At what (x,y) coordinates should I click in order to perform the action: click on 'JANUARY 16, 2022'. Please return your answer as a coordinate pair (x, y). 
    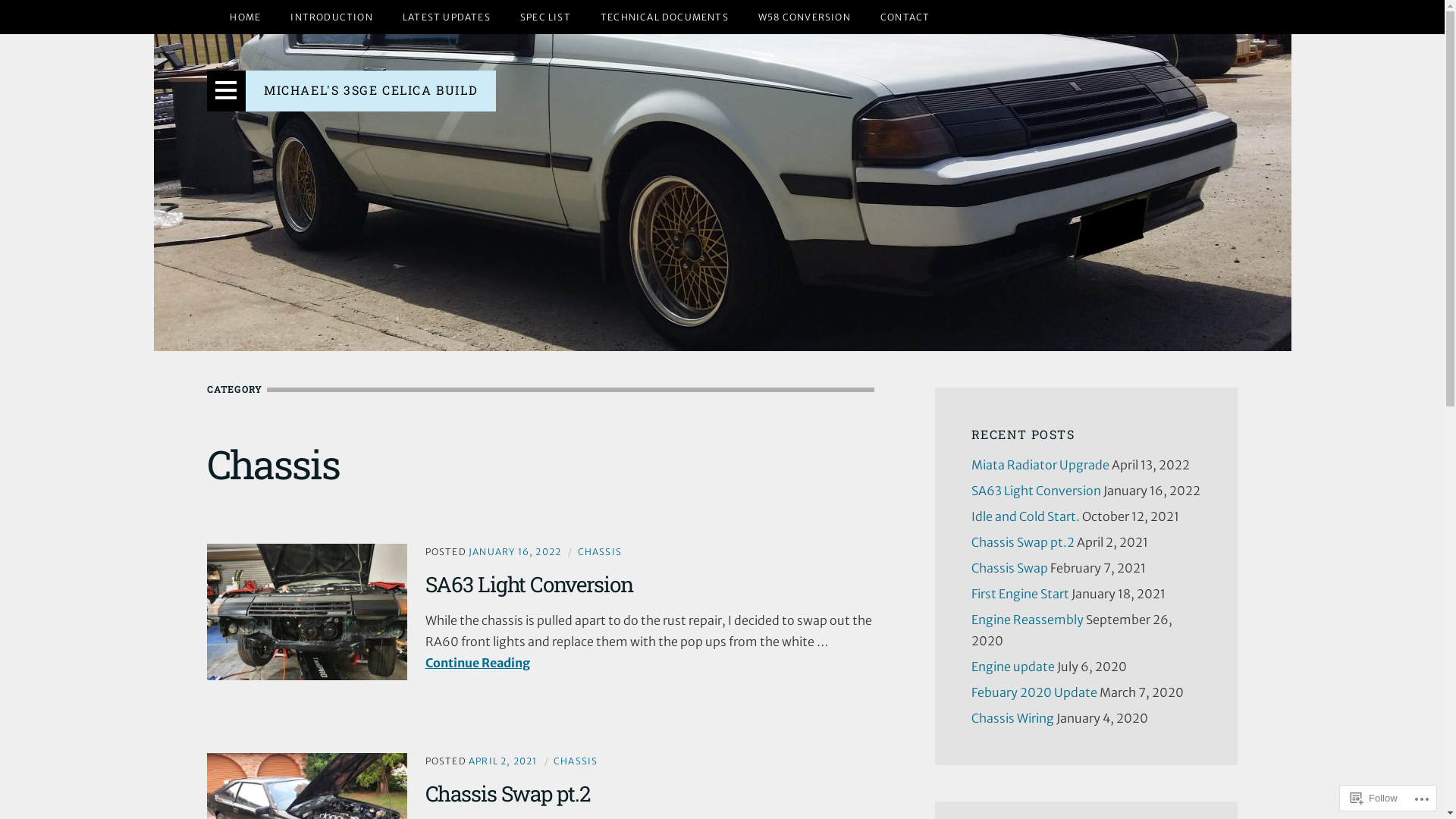
    Looking at the image, I should click on (514, 551).